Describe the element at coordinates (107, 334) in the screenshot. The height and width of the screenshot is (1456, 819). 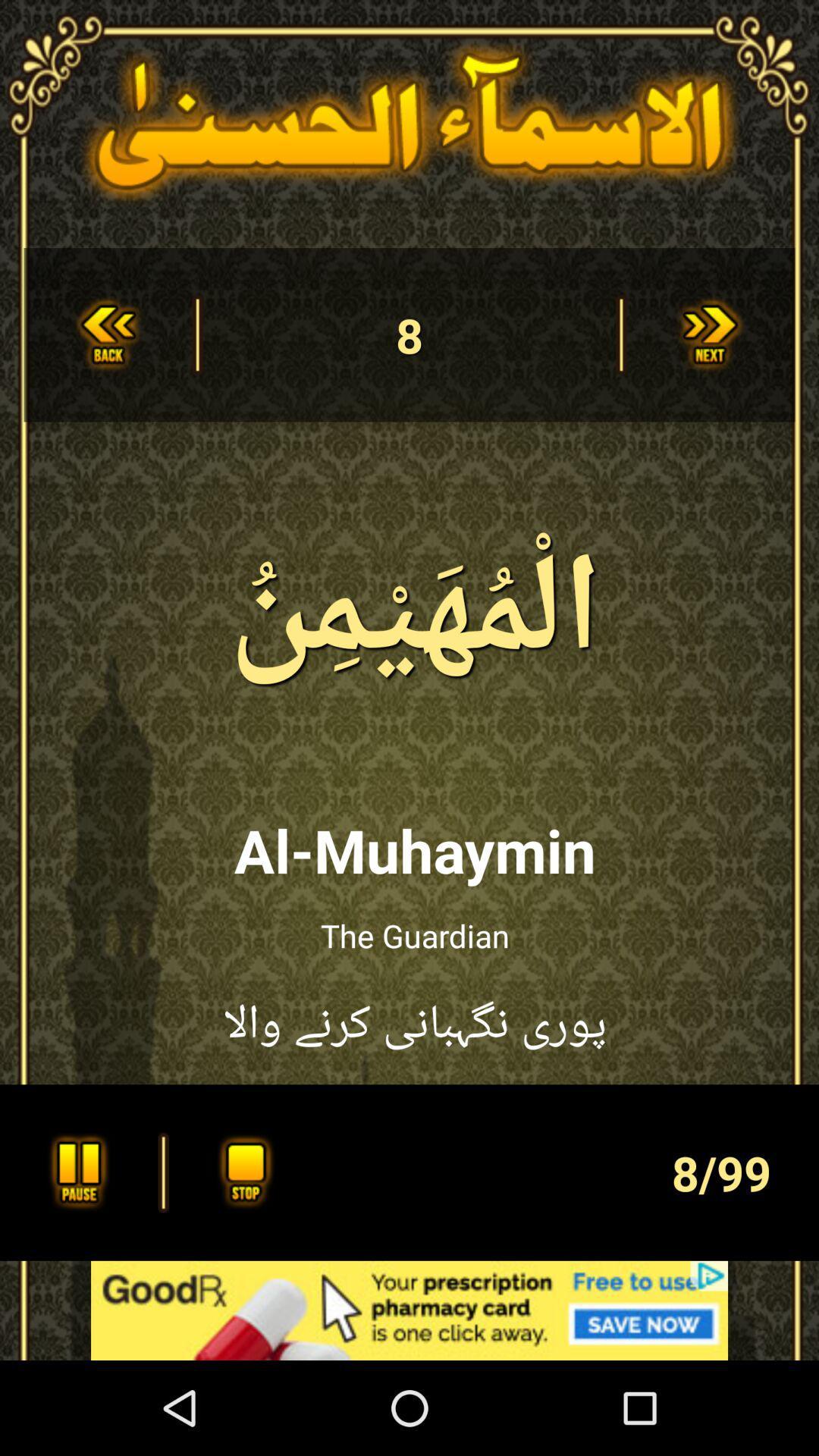
I see `go back` at that location.